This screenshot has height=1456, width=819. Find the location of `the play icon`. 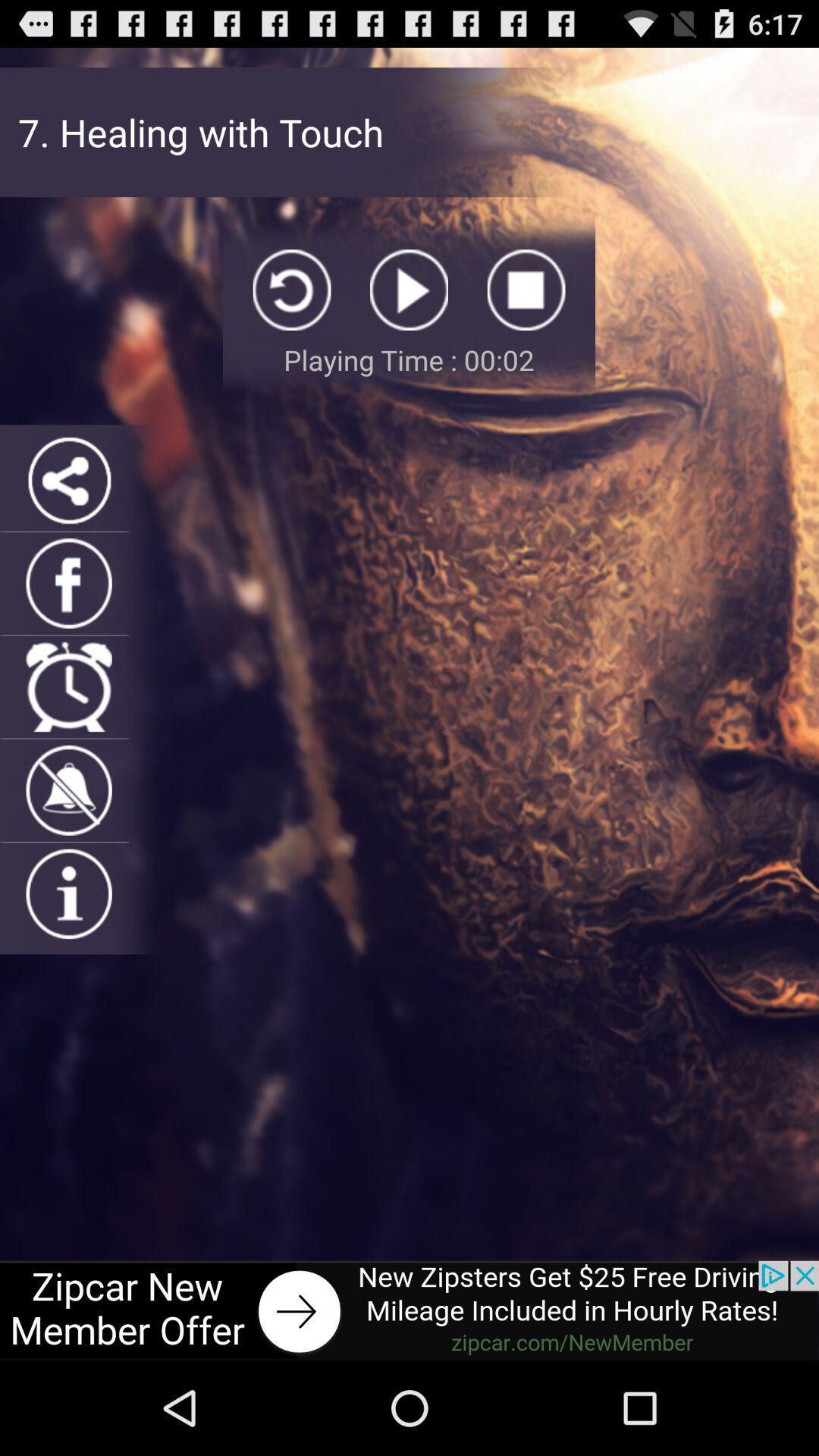

the play icon is located at coordinates (408, 309).